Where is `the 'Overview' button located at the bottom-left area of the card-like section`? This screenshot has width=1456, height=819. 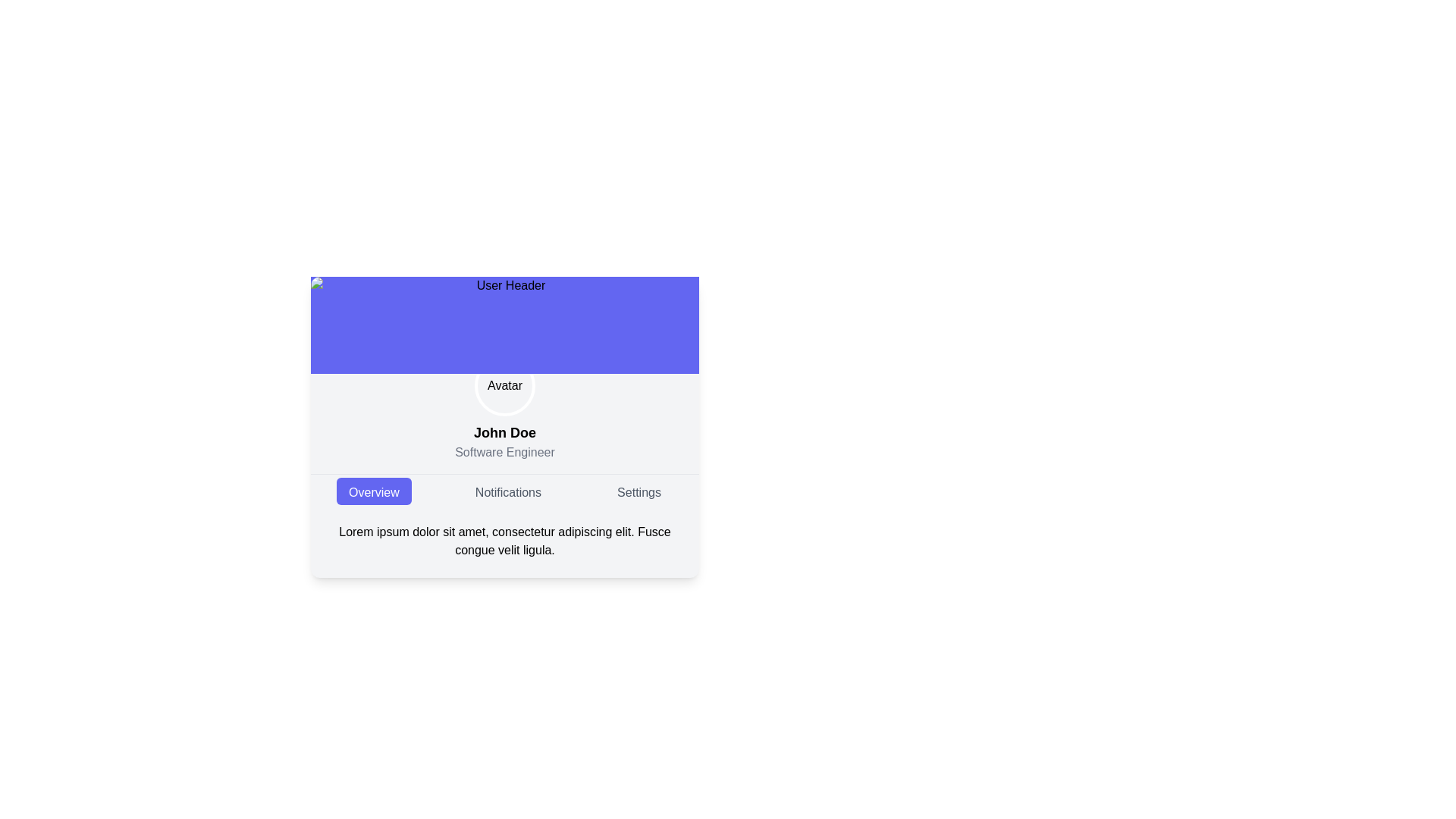
the 'Overview' button located at the bottom-left area of the card-like section is located at coordinates (374, 491).